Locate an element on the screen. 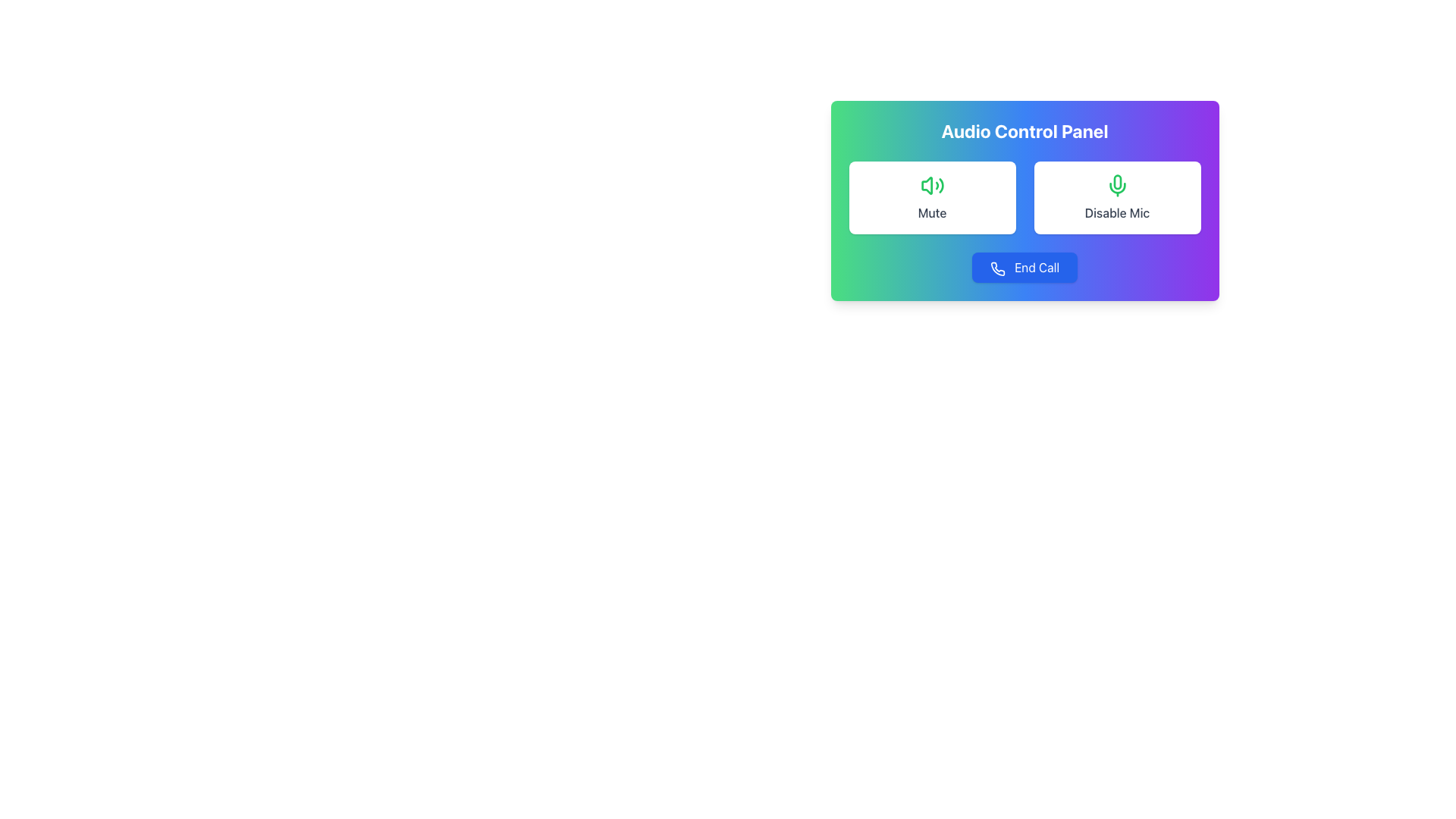 The height and width of the screenshot is (819, 1456). the 'Disable Mic' text label located below the microphone icon in the 'Audio Control Panel' is located at coordinates (1117, 213).